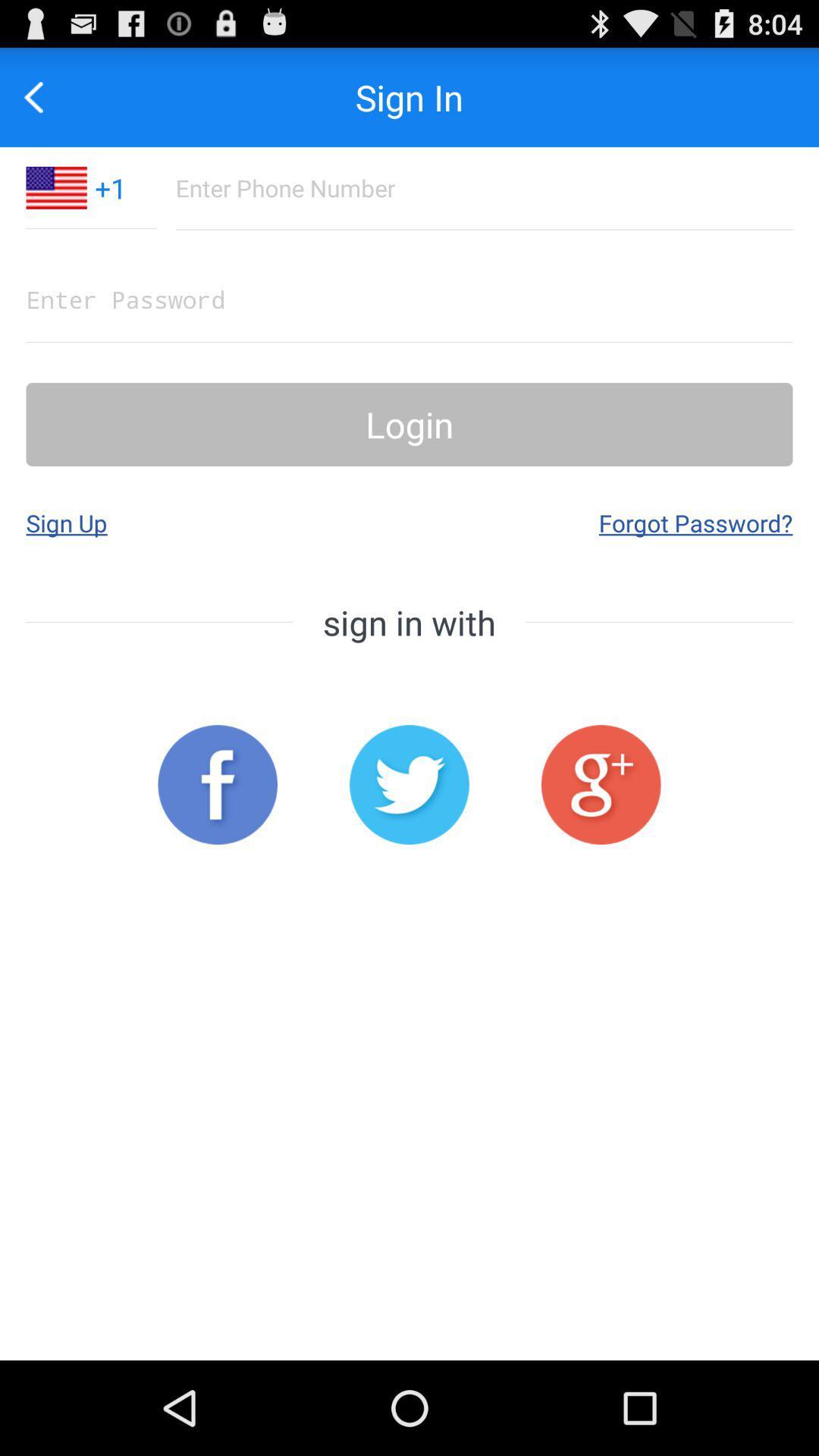  What do you see at coordinates (66, 522) in the screenshot?
I see `sign up app` at bounding box center [66, 522].